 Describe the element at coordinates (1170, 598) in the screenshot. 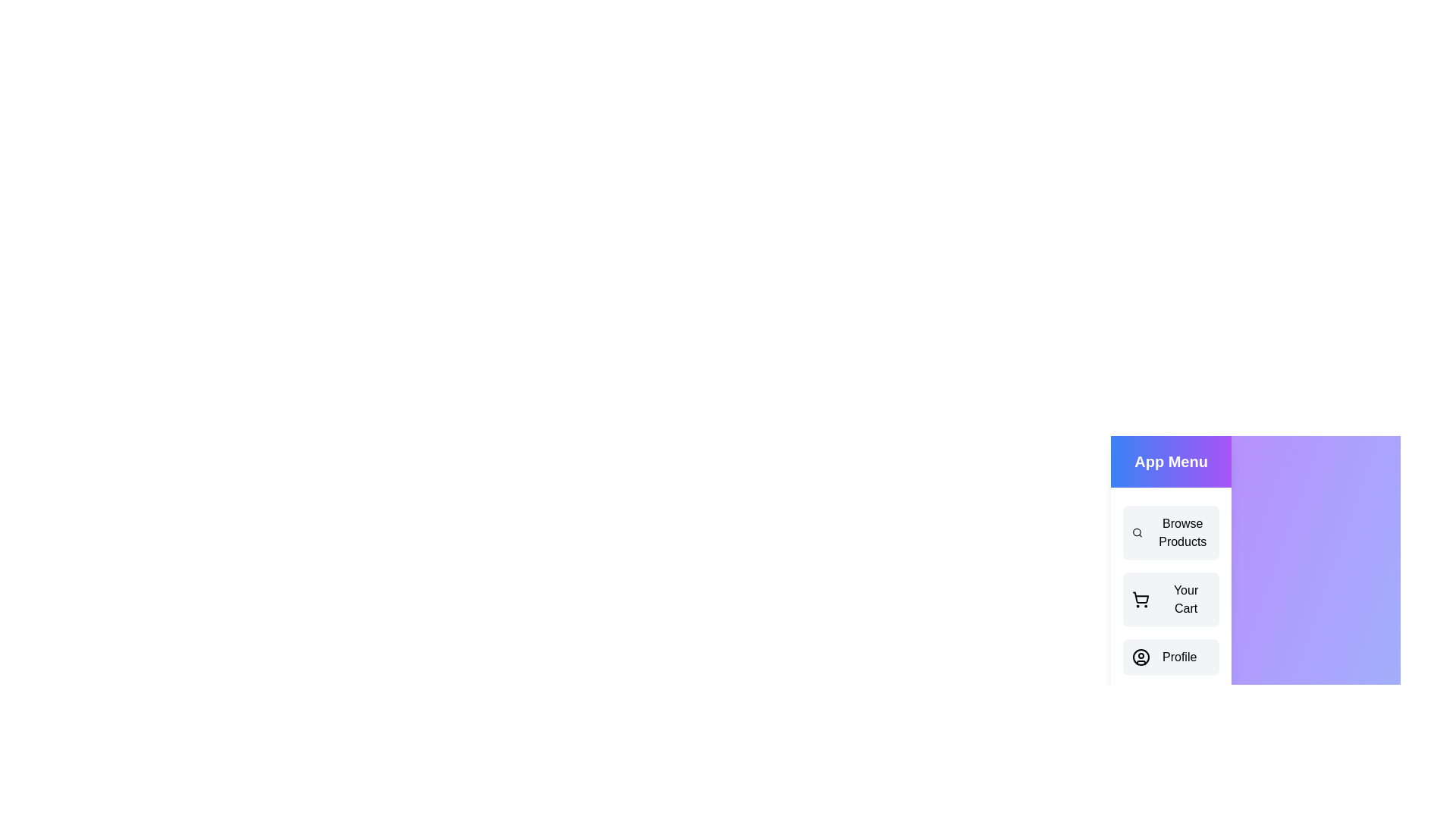

I see `the menu item Your Cart from the drawer` at that location.